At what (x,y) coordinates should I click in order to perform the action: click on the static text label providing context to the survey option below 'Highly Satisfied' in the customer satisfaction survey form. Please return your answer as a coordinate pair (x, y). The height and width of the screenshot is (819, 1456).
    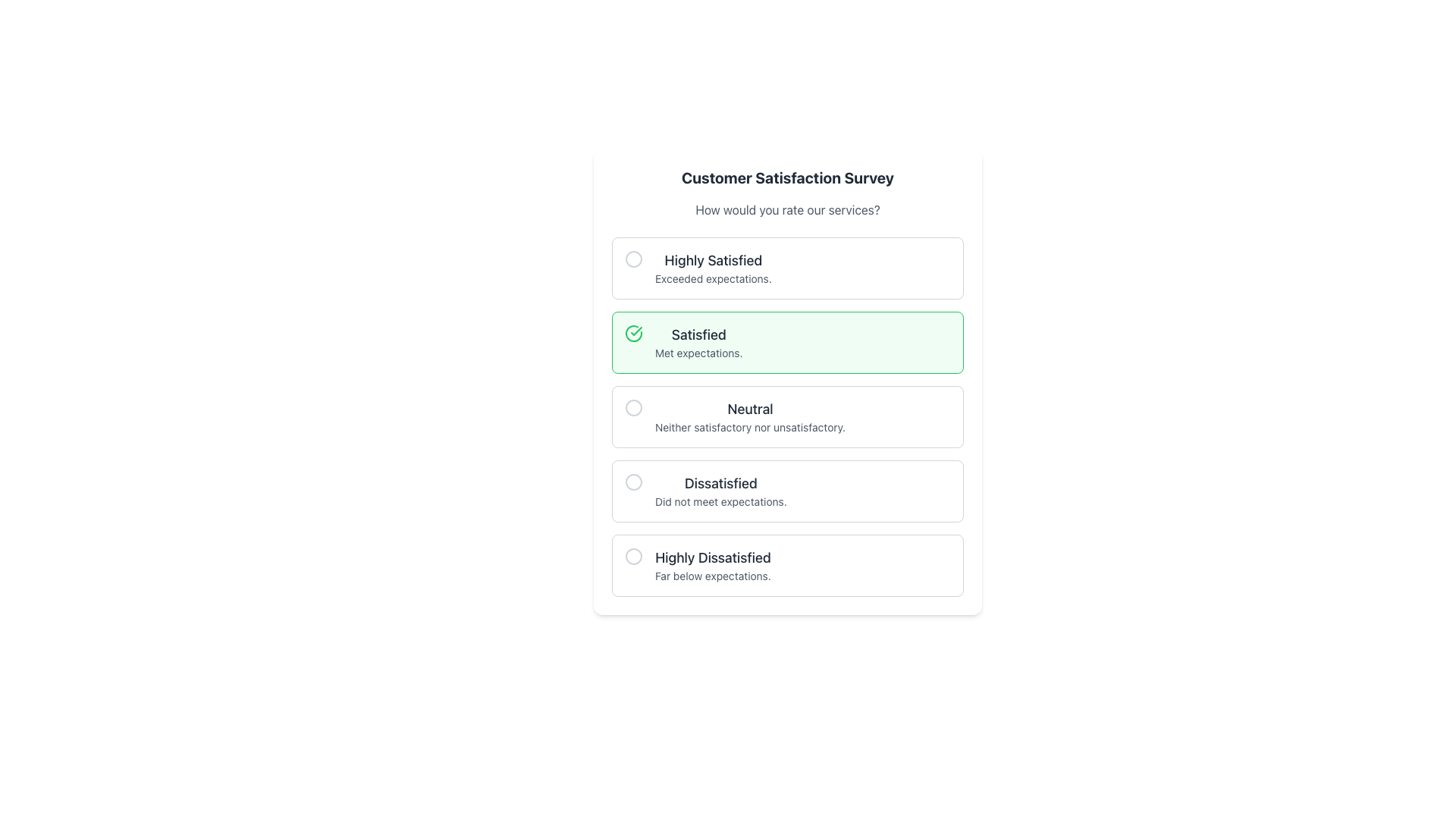
    Looking at the image, I should click on (712, 278).